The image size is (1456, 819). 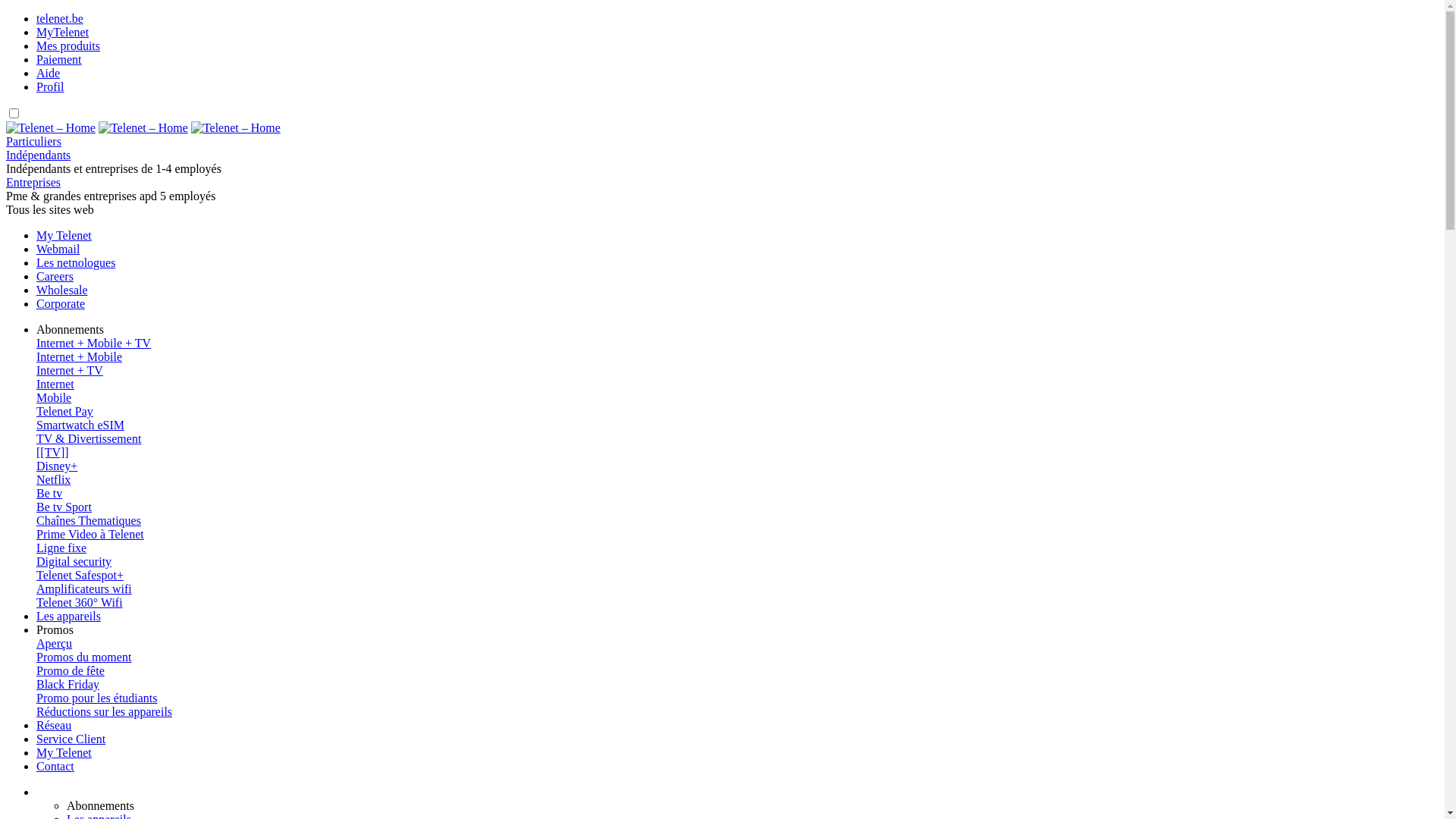 What do you see at coordinates (61, 32) in the screenshot?
I see `'MyTelenet'` at bounding box center [61, 32].